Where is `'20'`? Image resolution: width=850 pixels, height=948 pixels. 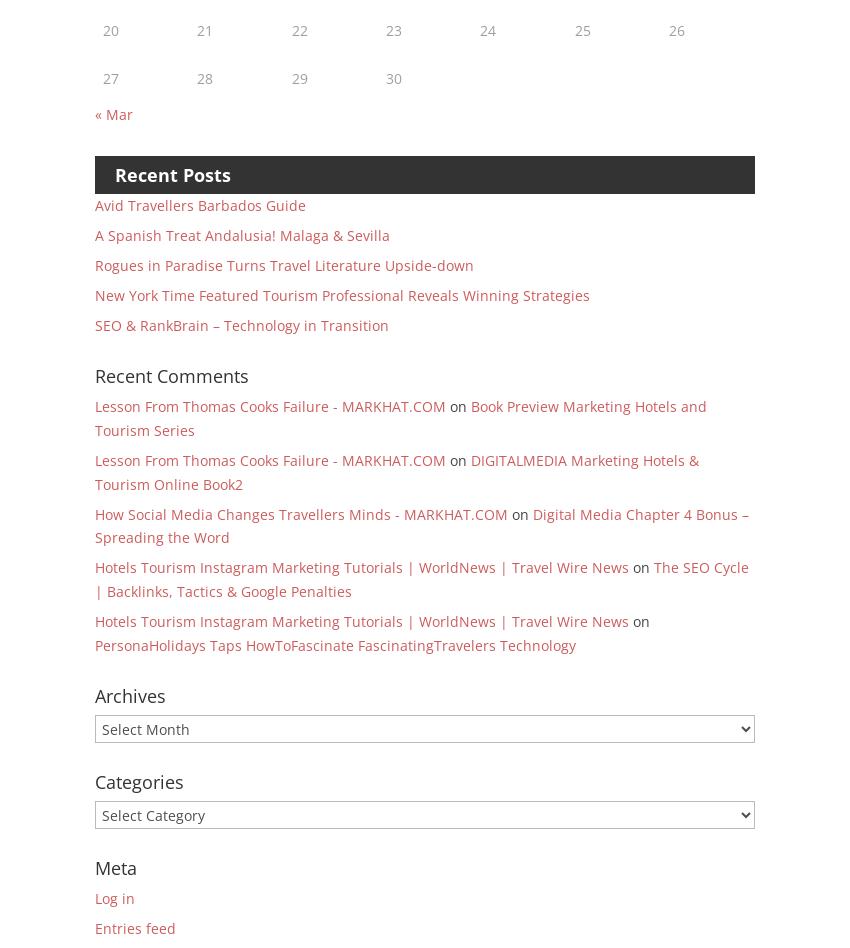
'20' is located at coordinates (110, 30).